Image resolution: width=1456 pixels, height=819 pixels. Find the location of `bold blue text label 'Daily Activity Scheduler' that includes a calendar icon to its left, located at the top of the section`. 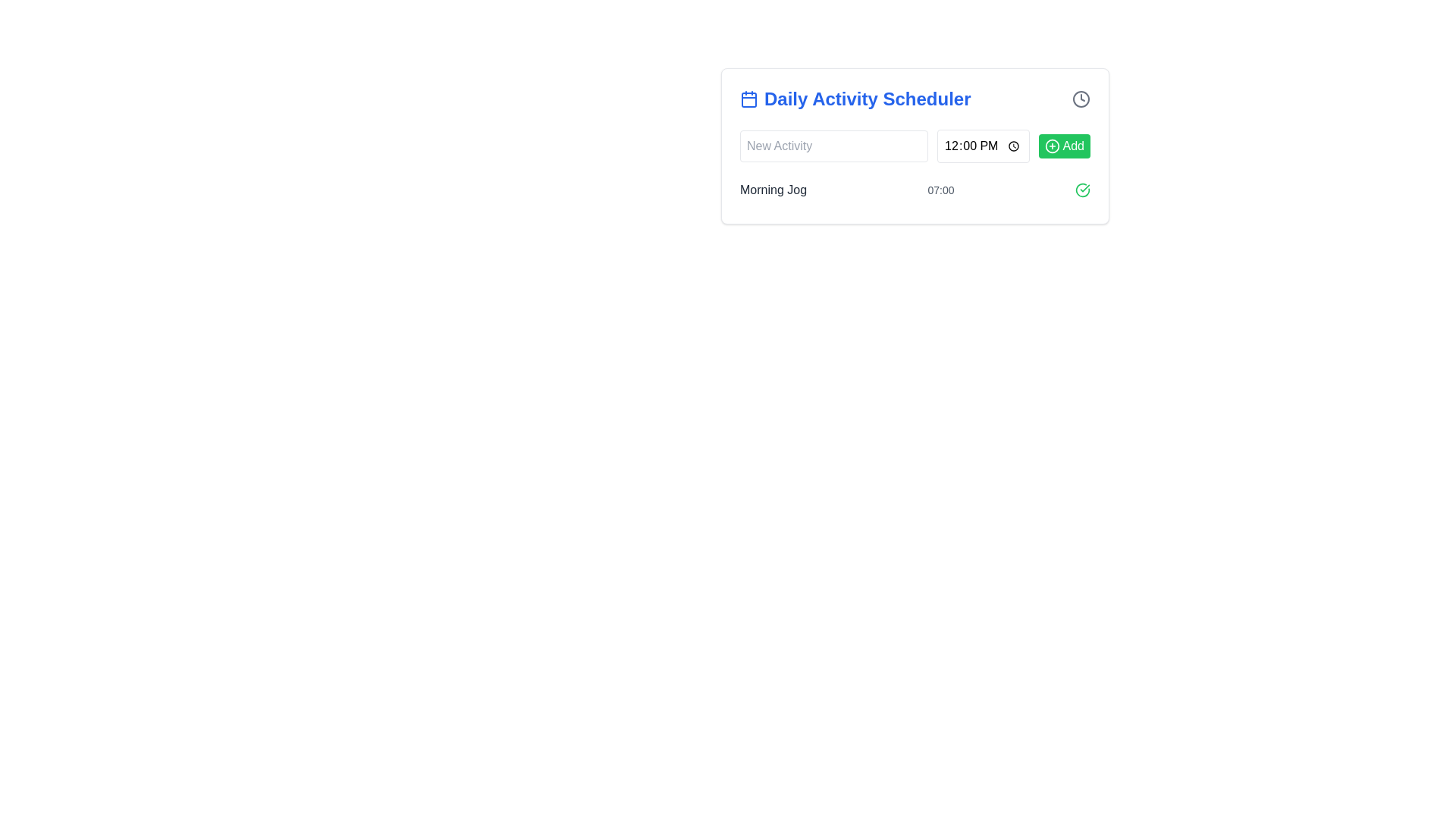

bold blue text label 'Daily Activity Scheduler' that includes a calendar icon to its left, located at the top of the section is located at coordinates (855, 99).